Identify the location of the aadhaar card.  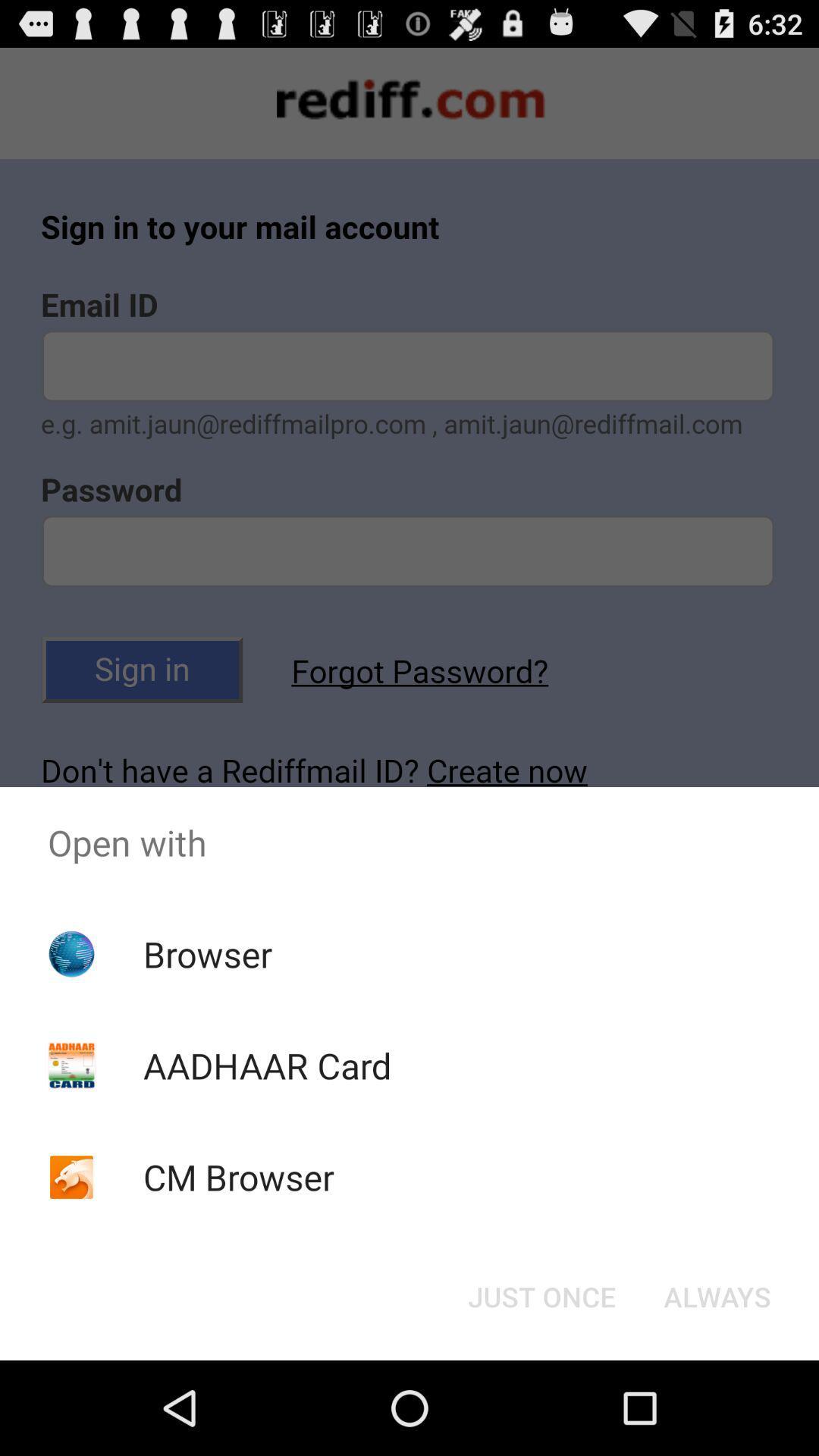
(266, 1065).